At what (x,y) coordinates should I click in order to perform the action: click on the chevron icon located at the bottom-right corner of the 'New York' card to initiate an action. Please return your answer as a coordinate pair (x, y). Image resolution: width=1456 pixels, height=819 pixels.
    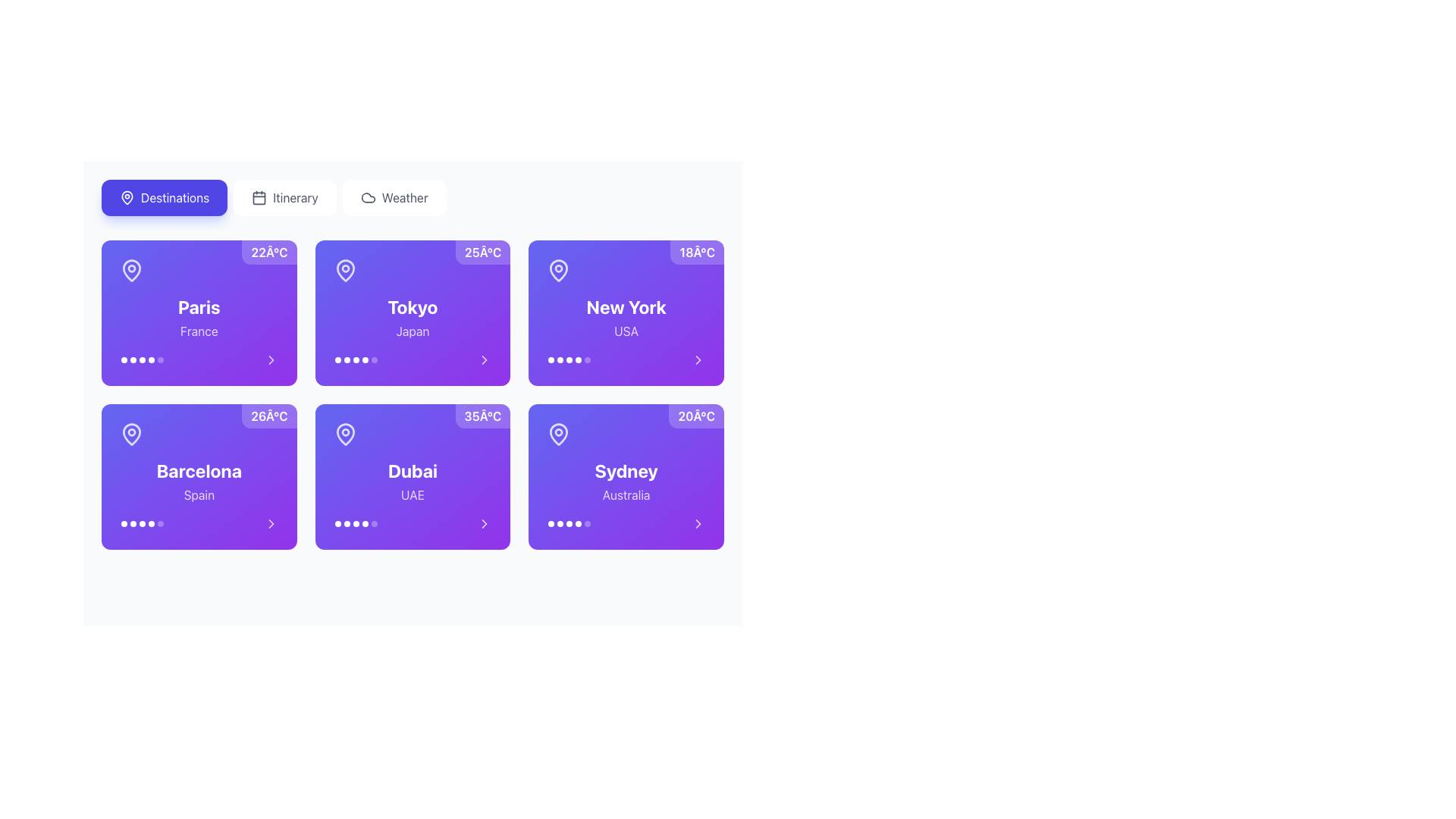
    Looking at the image, I should click on (698, 359).